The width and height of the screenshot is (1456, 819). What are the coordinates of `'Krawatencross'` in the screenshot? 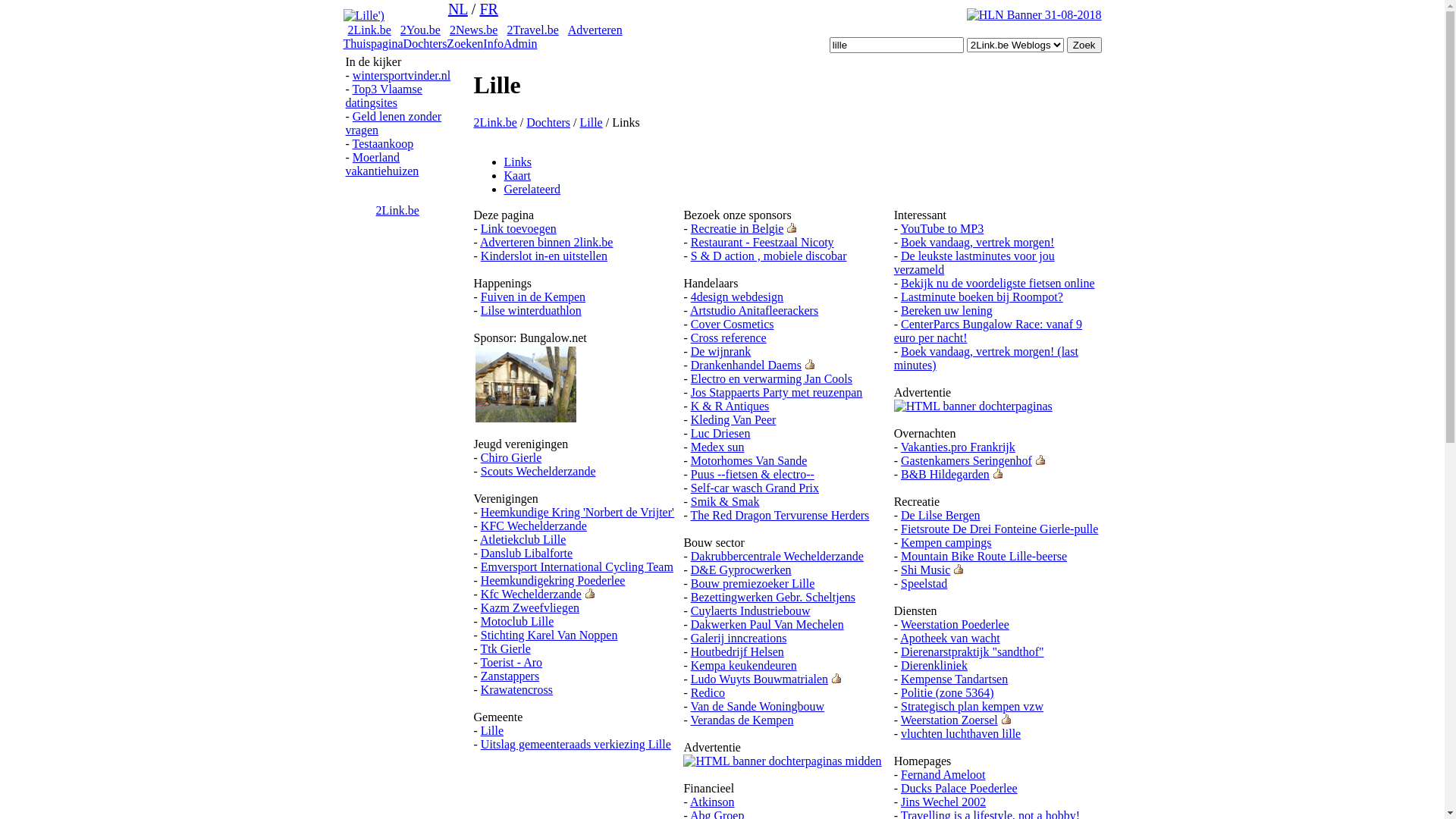 It's located at (516, 689).